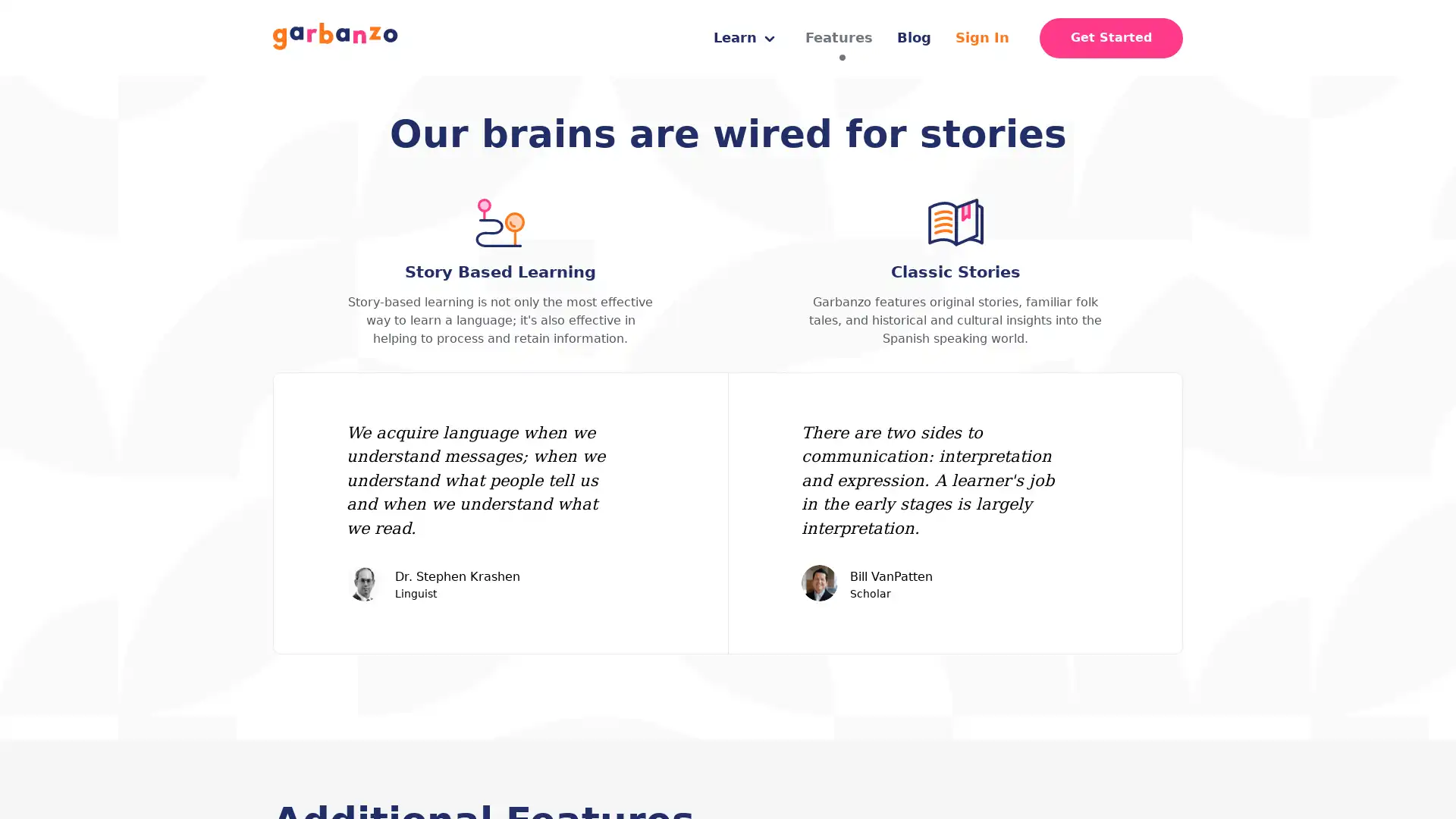 This screenshot has height=819, width=1456. Describe the element at coordinates (744, 37) in the screenshot. I see `Learn` at that location.